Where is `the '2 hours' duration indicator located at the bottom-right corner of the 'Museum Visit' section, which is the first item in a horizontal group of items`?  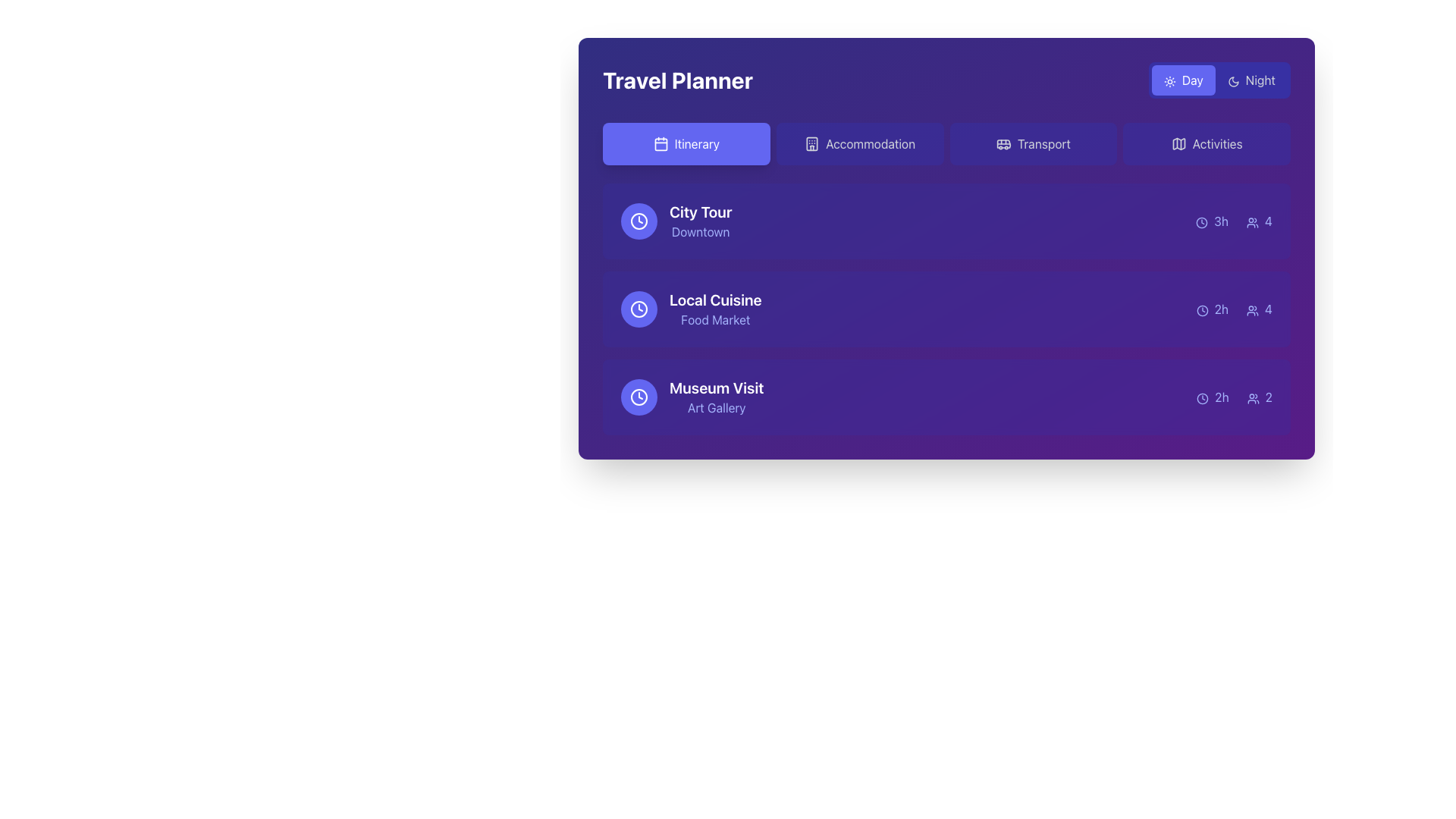
the '2 hours' duration indicator located at the bottom-right corner of the 'Museum Visit' section, which is the first item in a horizontal group of items is located at coordinates (1212, 397).